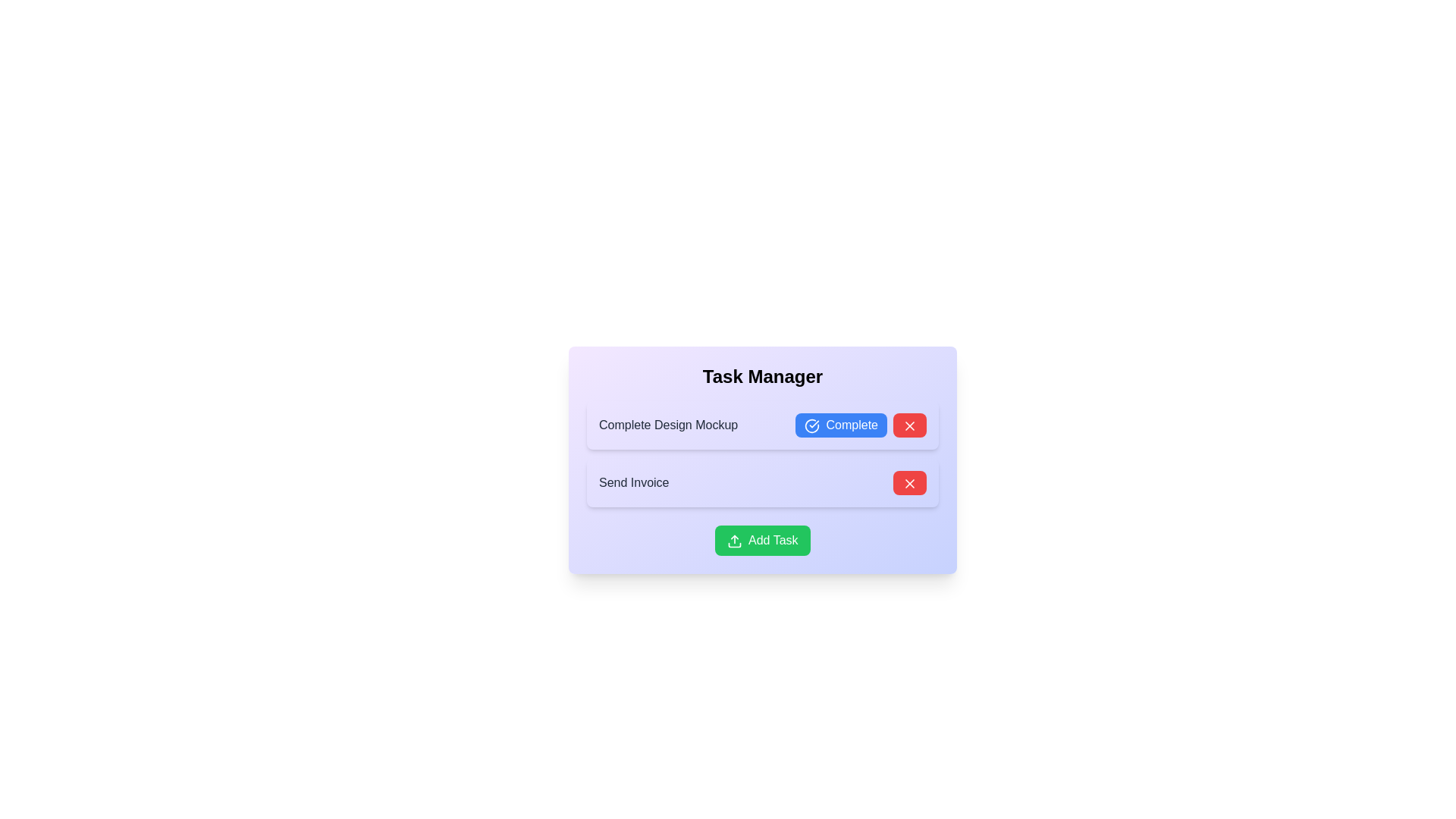 This screenshot has width=1456, height=819. Describe the element at coordinates (763, 540) in the screenshot. I see `the button located at the bottom center of the modal window` at that location.